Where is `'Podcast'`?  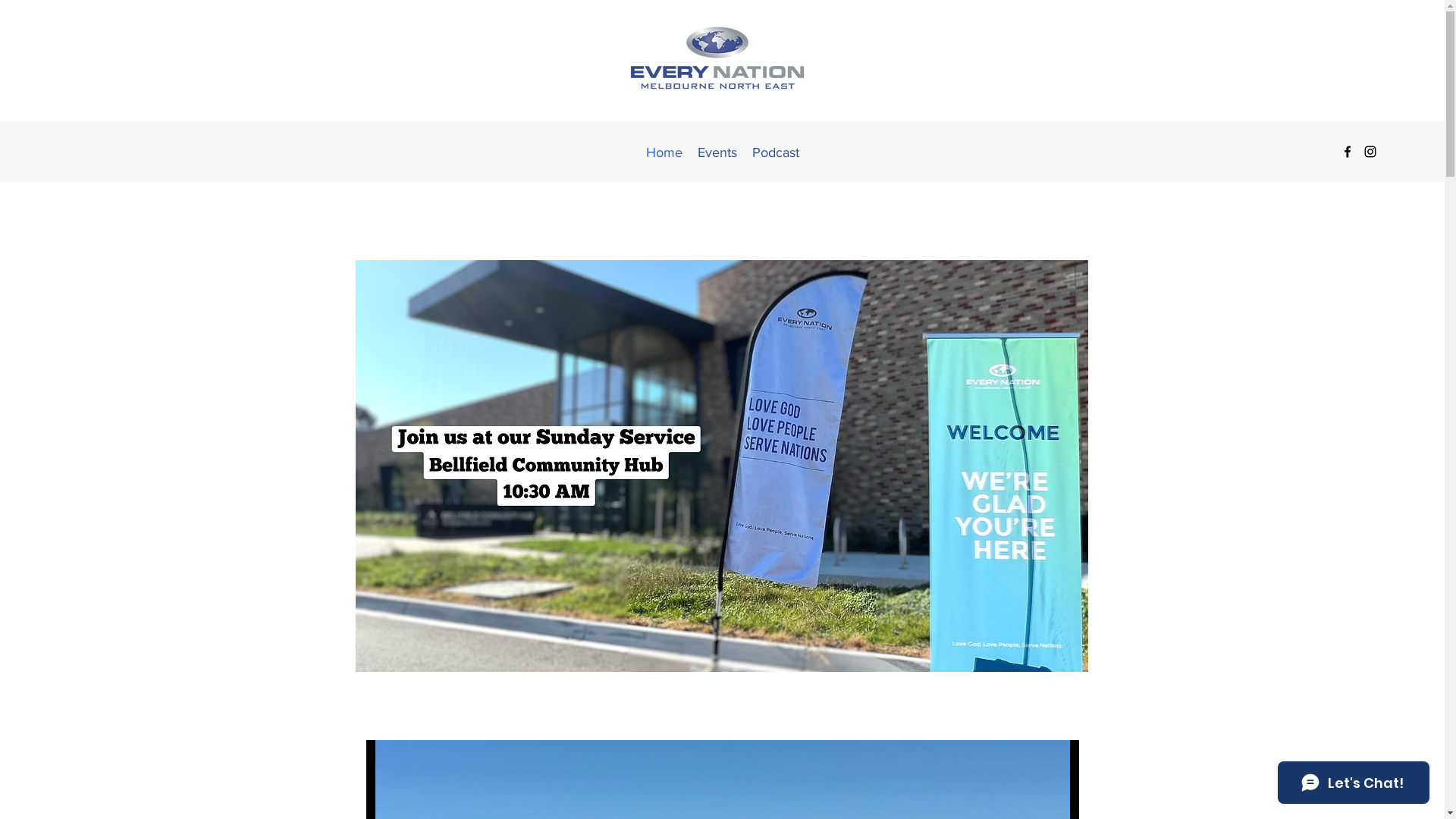 'Podcast' is located at coordinates (745, 152).